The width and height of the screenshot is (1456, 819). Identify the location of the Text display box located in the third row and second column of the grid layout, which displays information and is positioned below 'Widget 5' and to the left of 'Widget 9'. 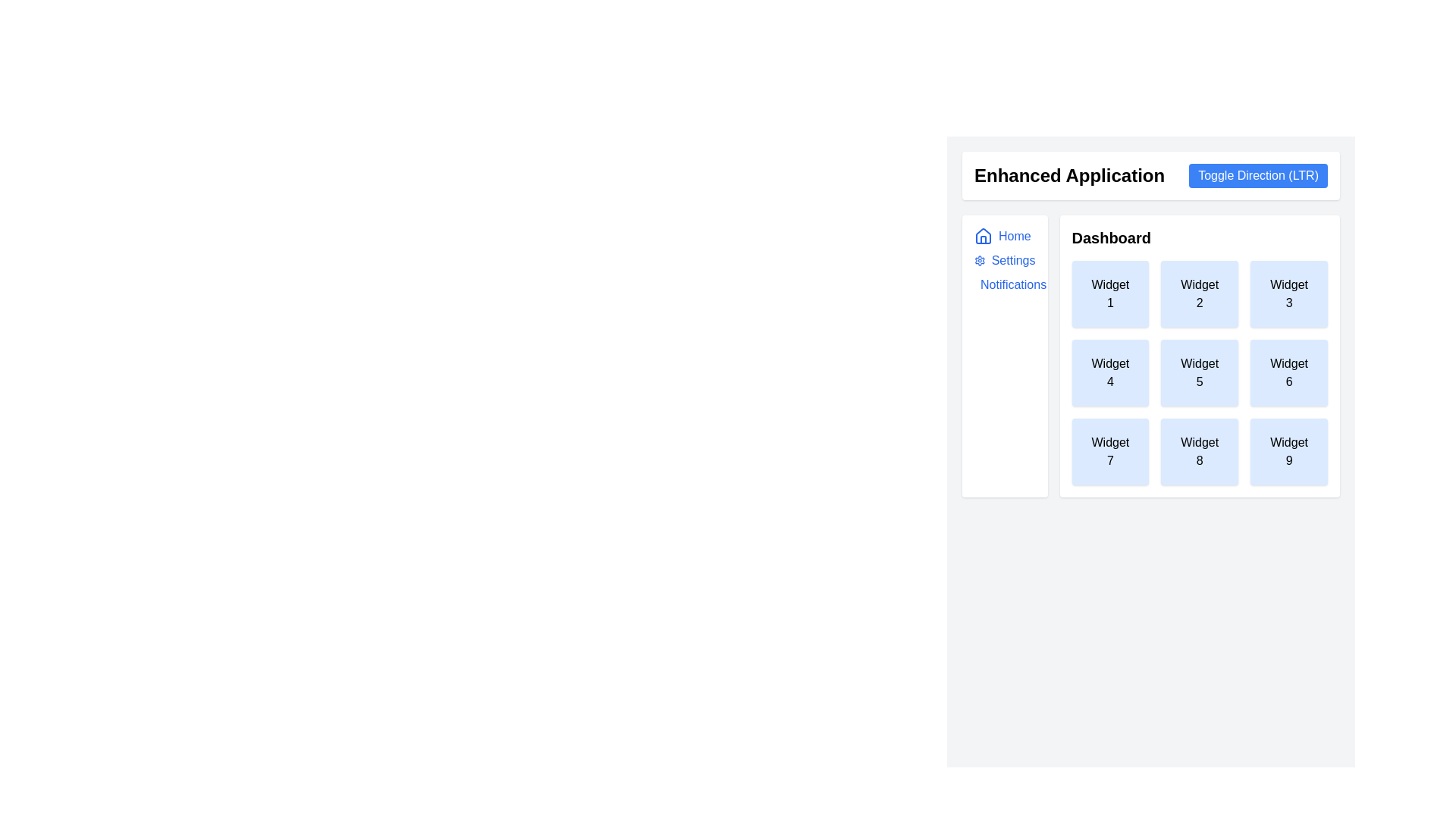
(1199, 451).